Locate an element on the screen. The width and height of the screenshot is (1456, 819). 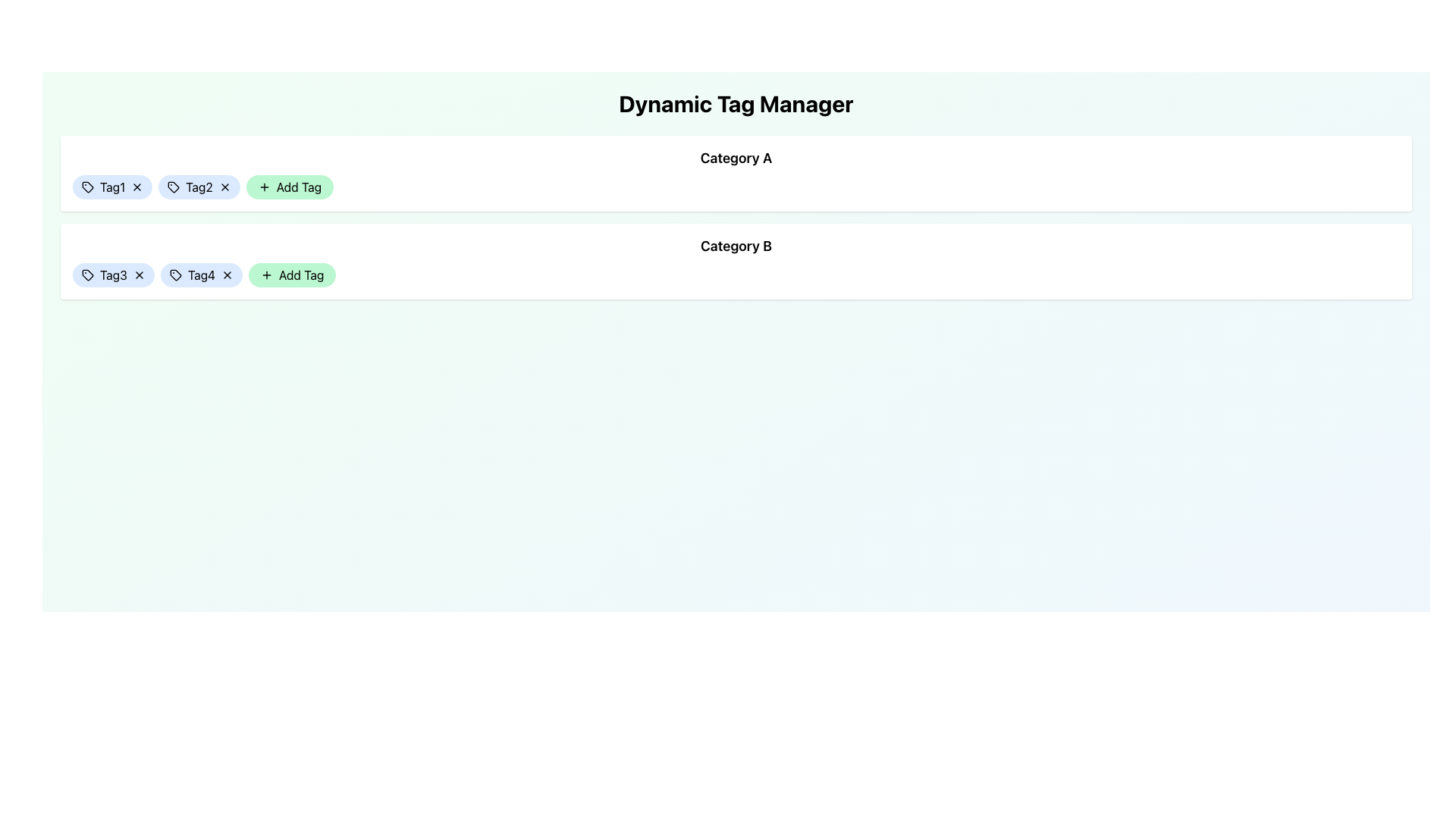
the text label displaying 'Tag2', which is the second tag in the first row under 'Category A', to interact with it is located at coordinates (199, 186).